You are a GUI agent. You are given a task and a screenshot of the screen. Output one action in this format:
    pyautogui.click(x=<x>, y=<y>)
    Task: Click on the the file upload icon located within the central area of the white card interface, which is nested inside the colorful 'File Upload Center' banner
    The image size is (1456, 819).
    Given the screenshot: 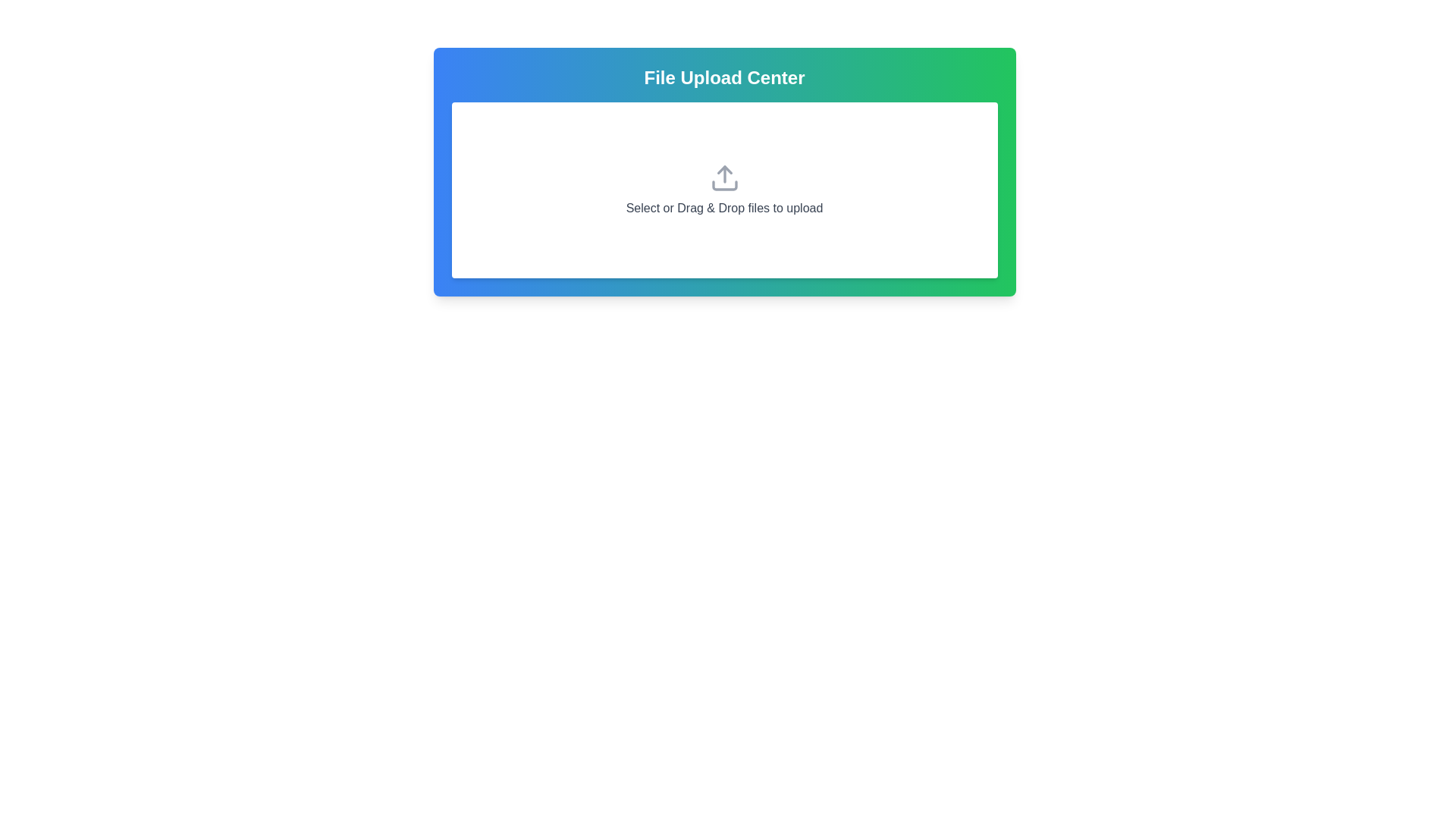 What is the action you would take?
    pyautogui.click(x=723, y=177)
    